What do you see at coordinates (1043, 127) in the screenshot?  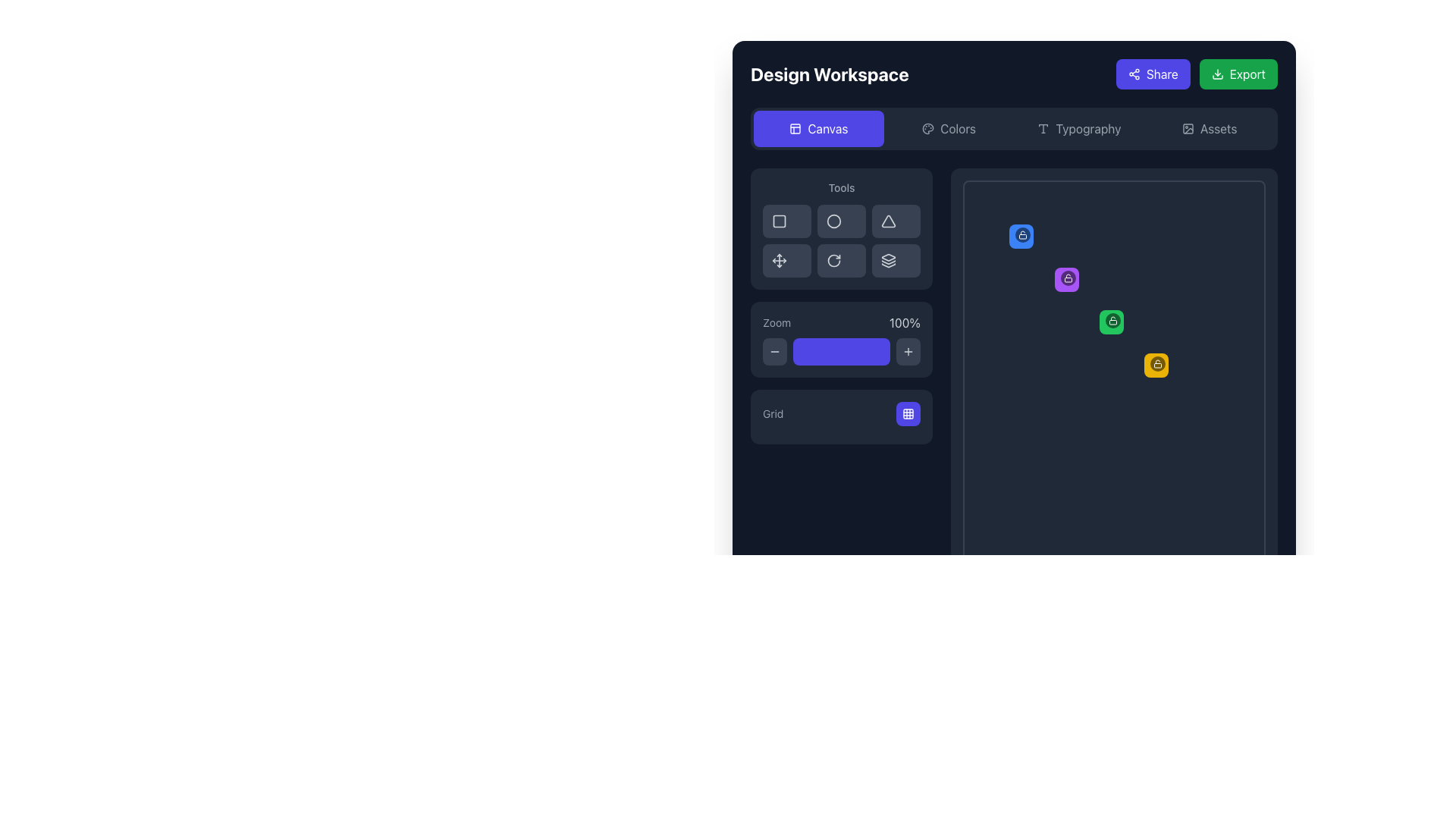 I see `the 'T' typography icon in the top navigation bar` at bounding box center [1043, 127].